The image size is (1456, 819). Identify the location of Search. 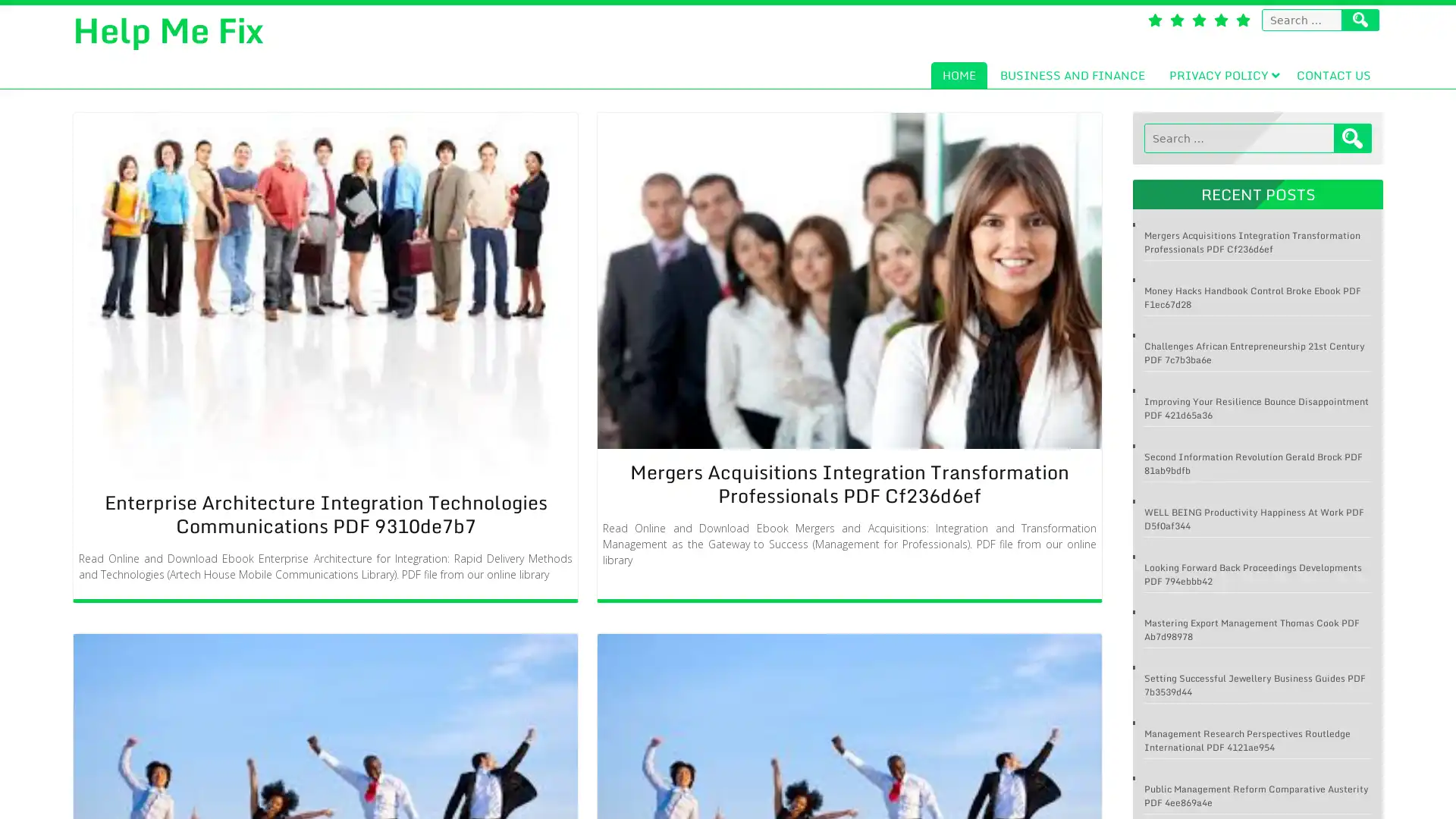
(1360, 20).